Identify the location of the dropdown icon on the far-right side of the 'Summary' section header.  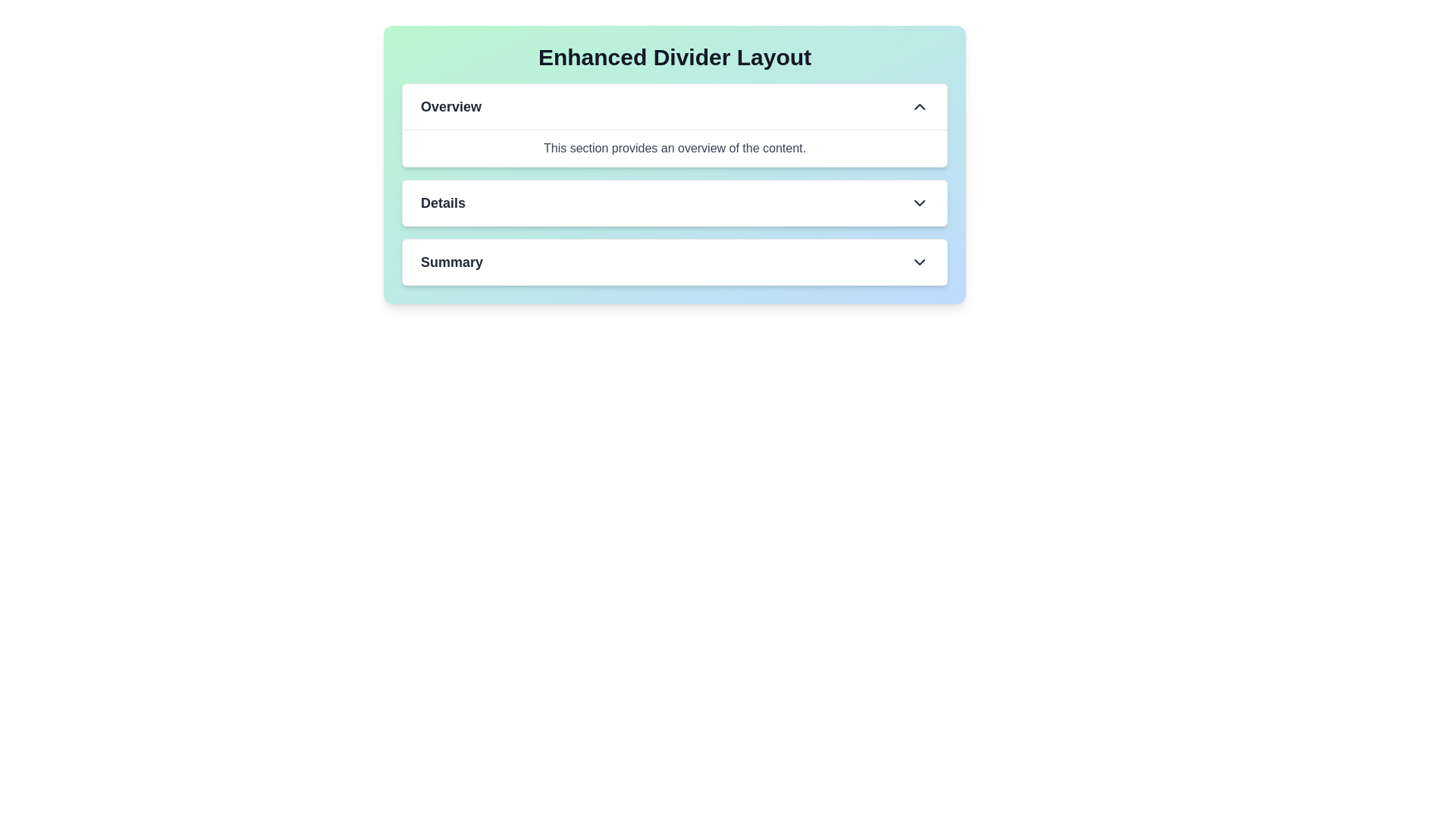
(919, 262).